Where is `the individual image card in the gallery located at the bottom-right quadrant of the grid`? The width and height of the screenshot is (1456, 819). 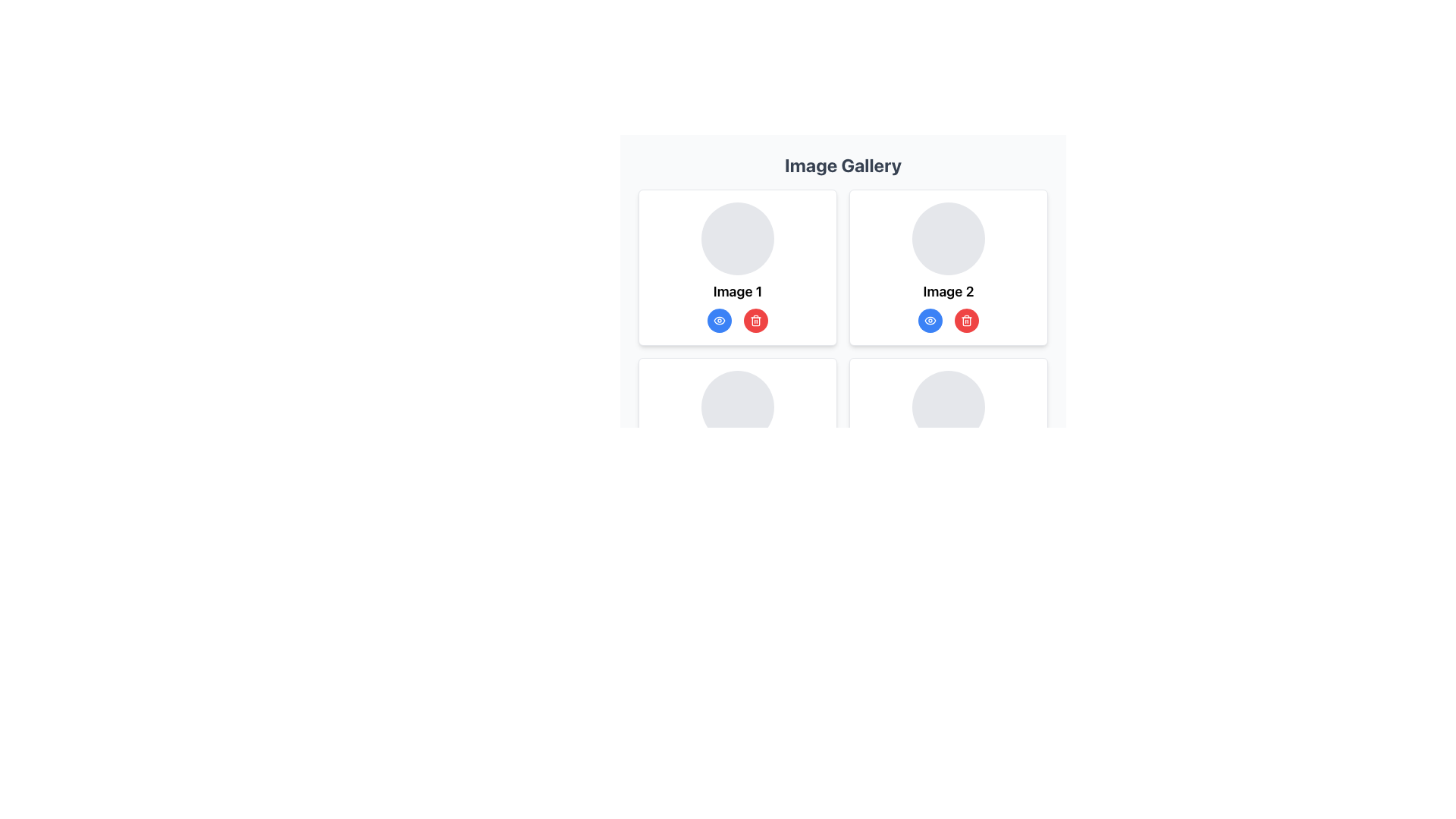
the individual image card in the gallery located at the bottom-right quadrant of the grid is located at coordinates (948, 435).